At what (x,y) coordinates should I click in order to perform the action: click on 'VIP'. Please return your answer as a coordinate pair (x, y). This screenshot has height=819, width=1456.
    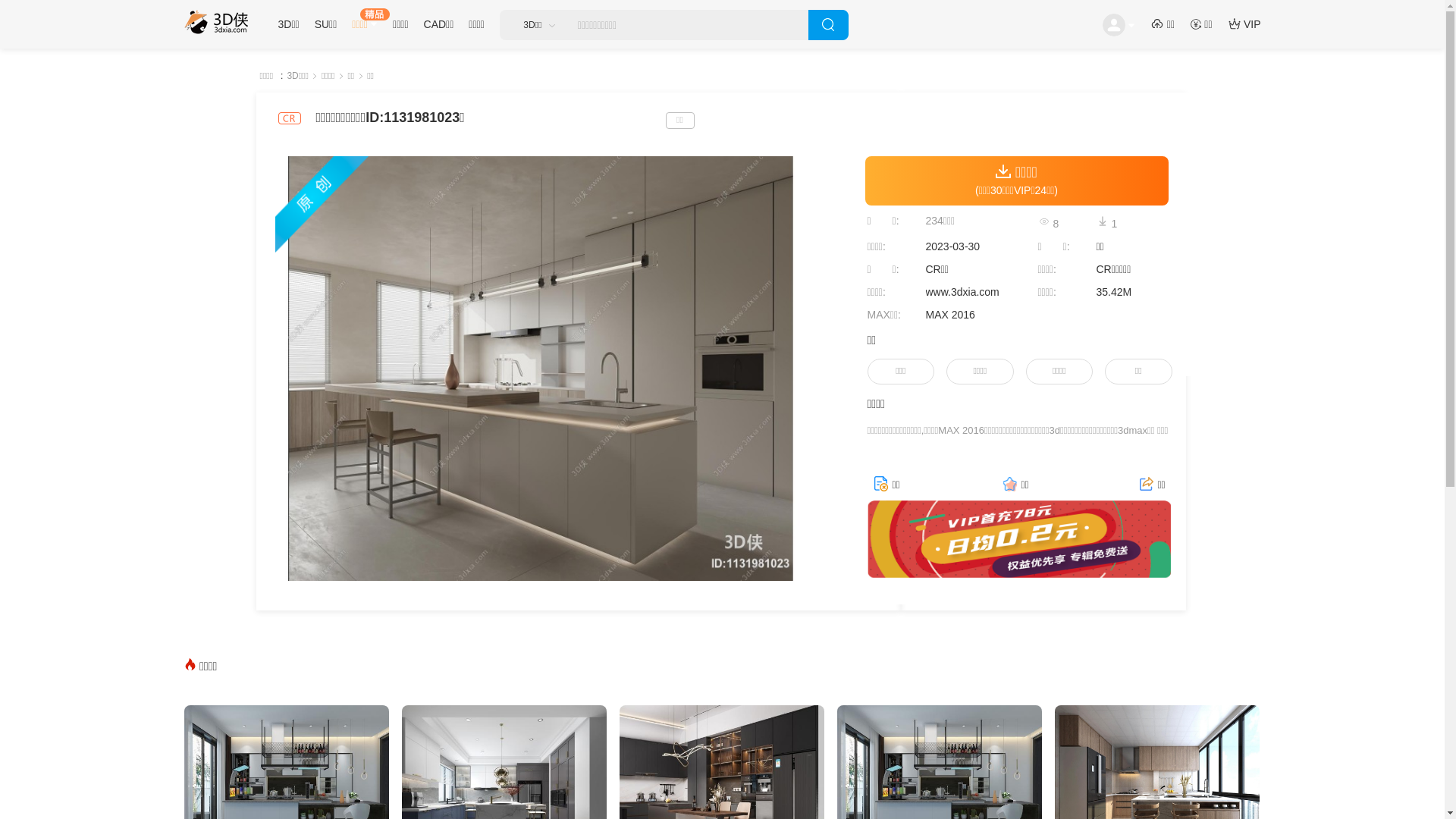
    Looking at the image, I should click on (1244, 24).